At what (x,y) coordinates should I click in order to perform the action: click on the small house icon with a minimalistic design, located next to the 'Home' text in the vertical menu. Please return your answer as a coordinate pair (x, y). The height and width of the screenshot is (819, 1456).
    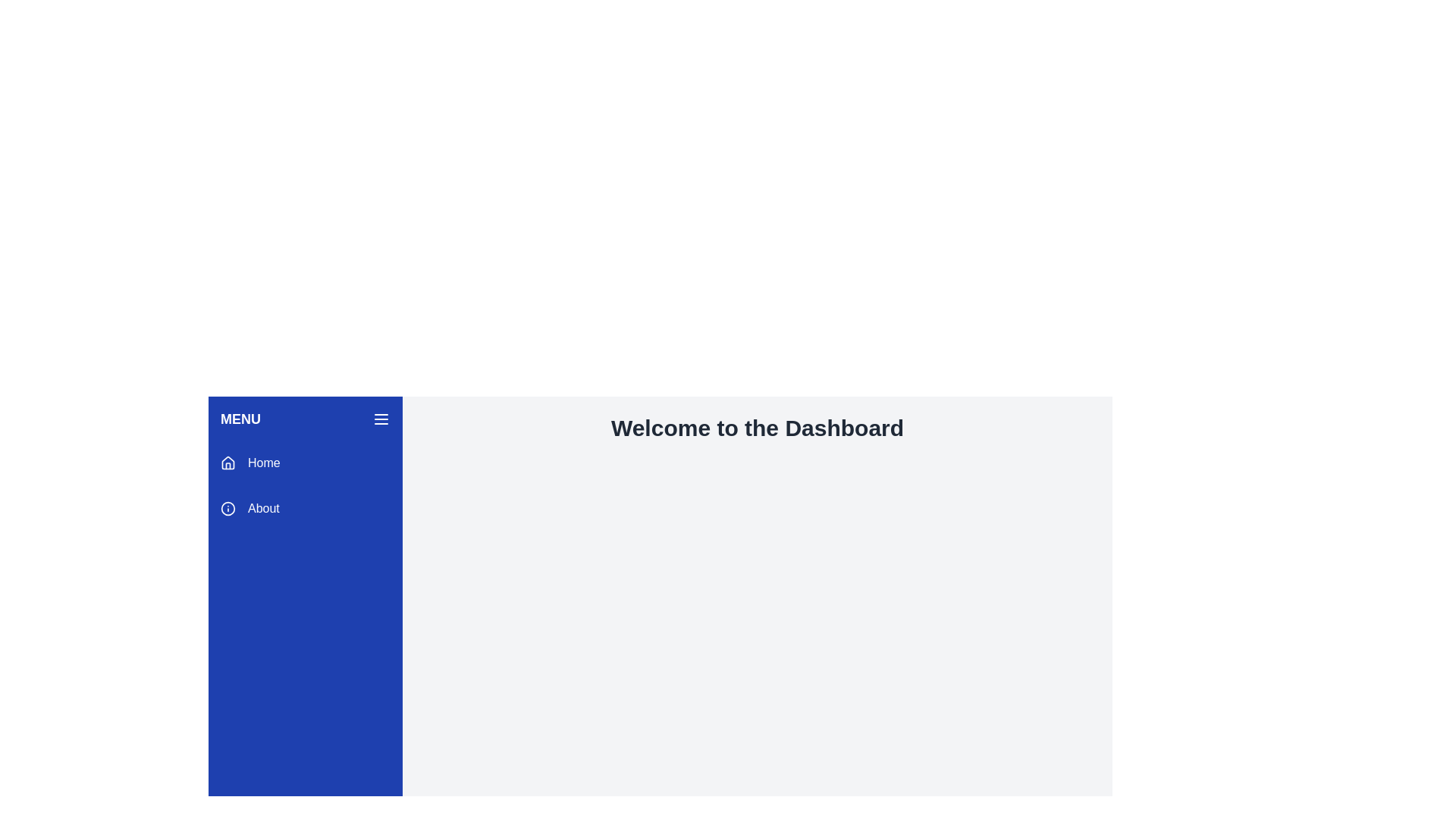
    Looking at the image, I should click on (227, 462).